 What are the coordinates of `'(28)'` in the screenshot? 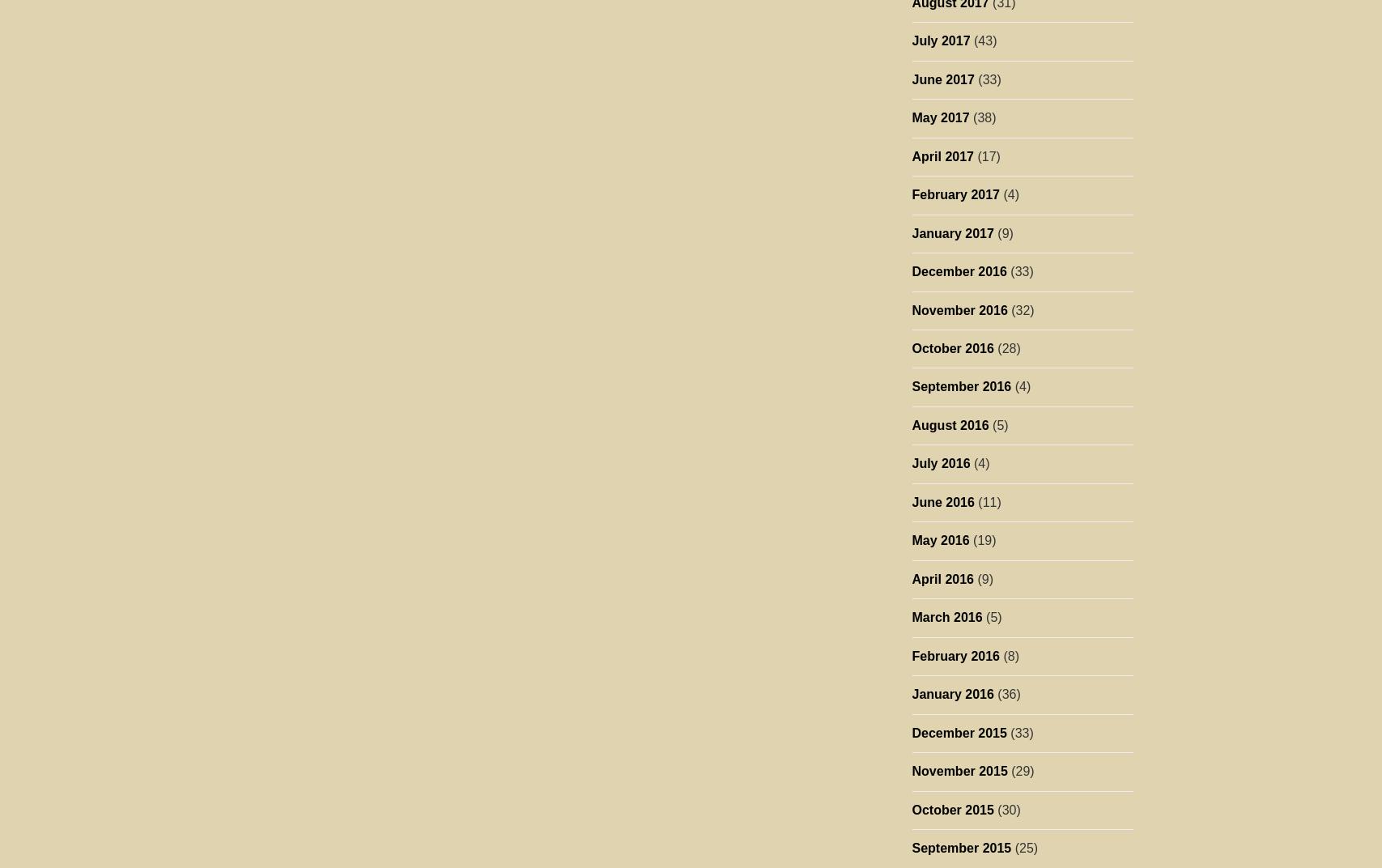 It's located at (1006, 347).